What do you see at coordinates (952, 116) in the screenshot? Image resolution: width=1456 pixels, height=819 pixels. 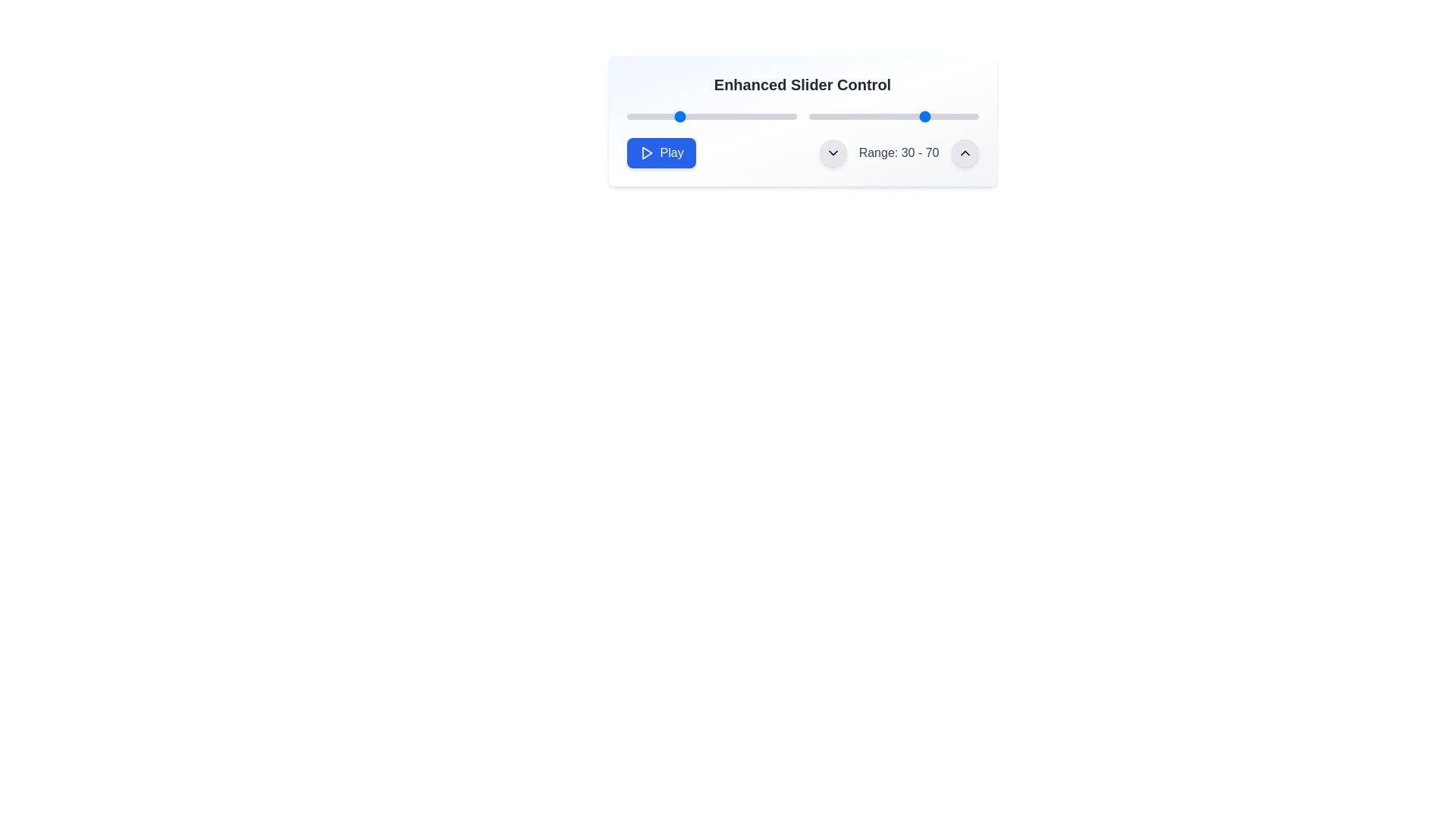 I see `the slider value` at bounding box center [952, 116].